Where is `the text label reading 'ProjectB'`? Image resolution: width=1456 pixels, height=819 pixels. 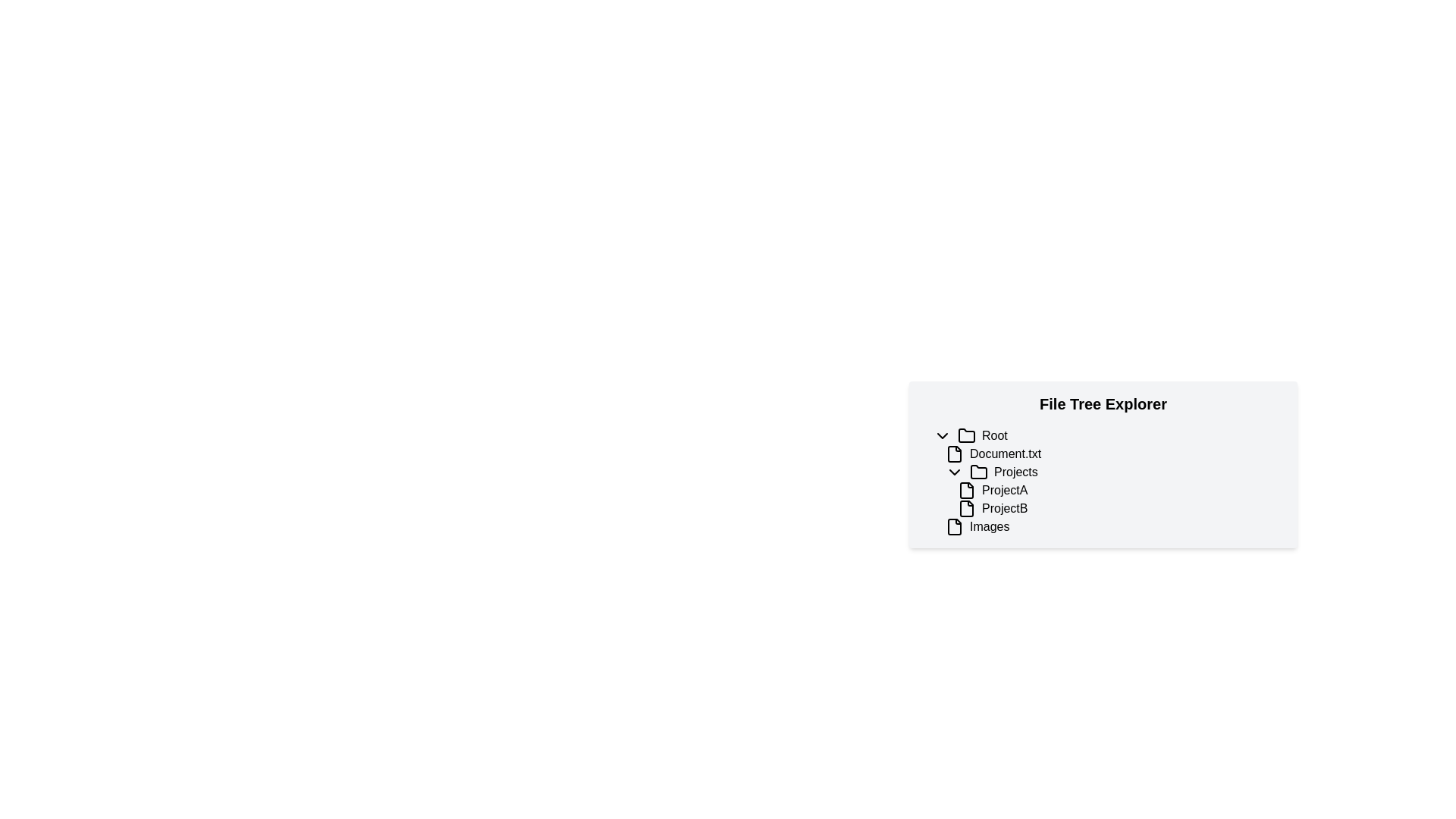
the text label reading 'ProjectB' is located at coordinates (1005, 509).